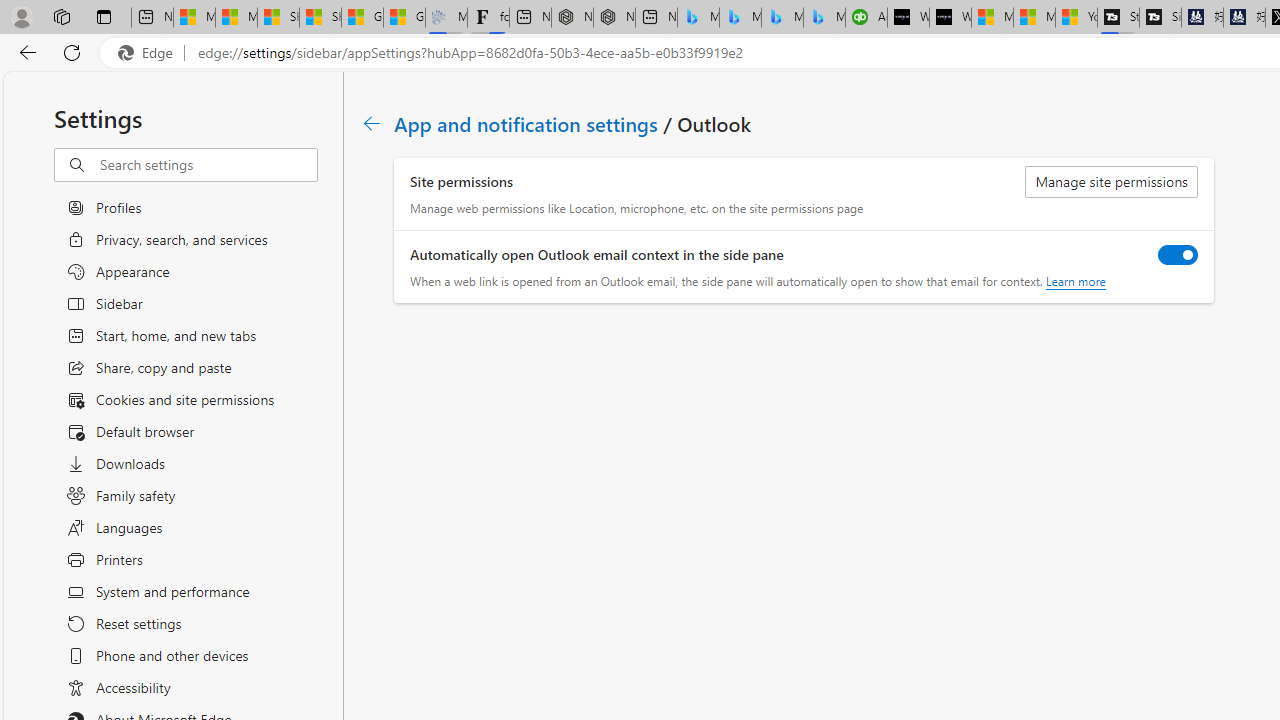 This screenshot has height=720, width=1280. What do you see at coordinates (824, 17) in the screenshot?
I see `'Microsoft Bing Travel - Shangri-La Hotel Bangkok'` at bounding box center [824, 17].